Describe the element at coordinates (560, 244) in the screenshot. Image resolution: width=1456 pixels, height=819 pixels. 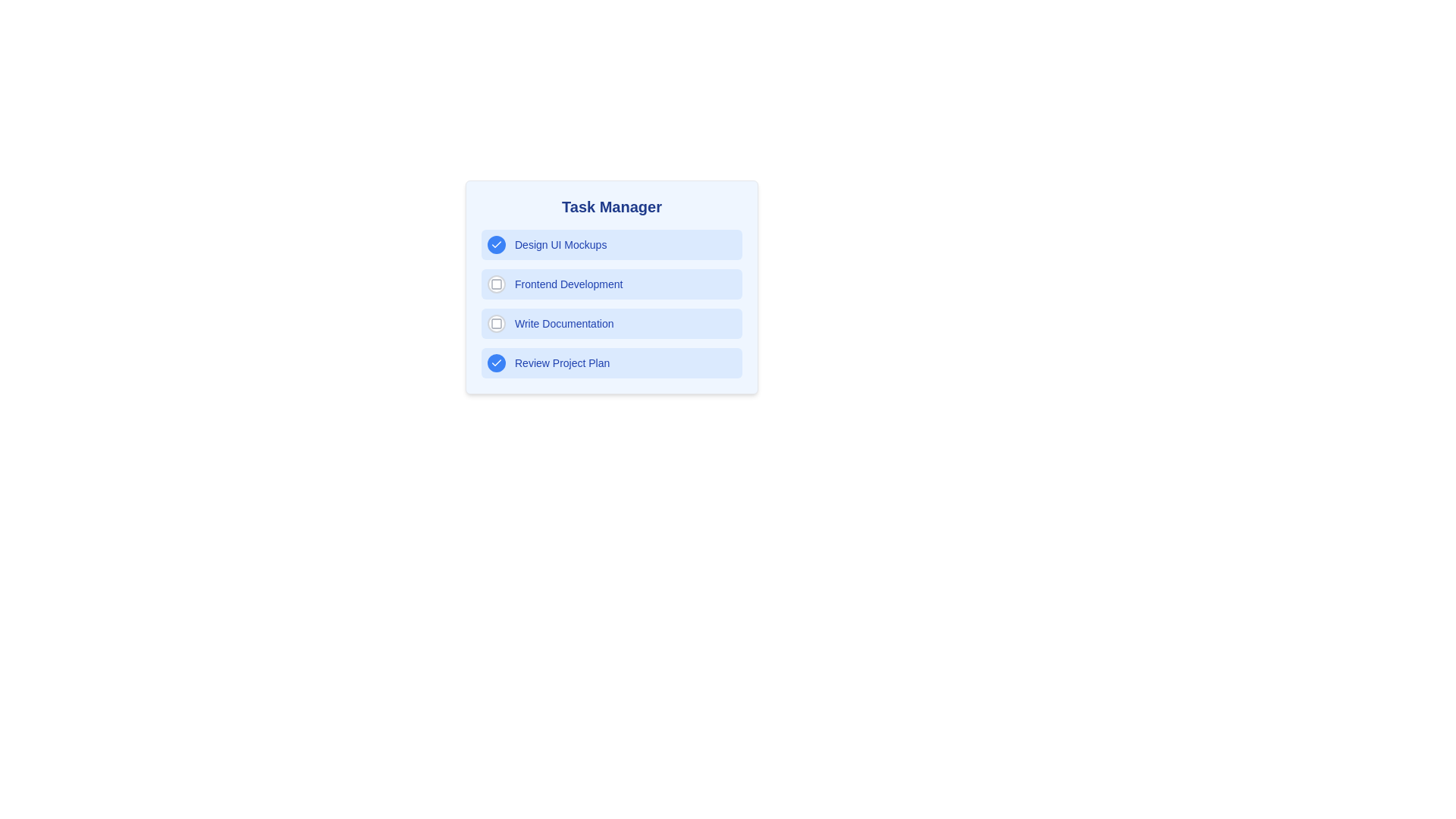
I see `the task label corresponding to Design UI Mockups` at that location.